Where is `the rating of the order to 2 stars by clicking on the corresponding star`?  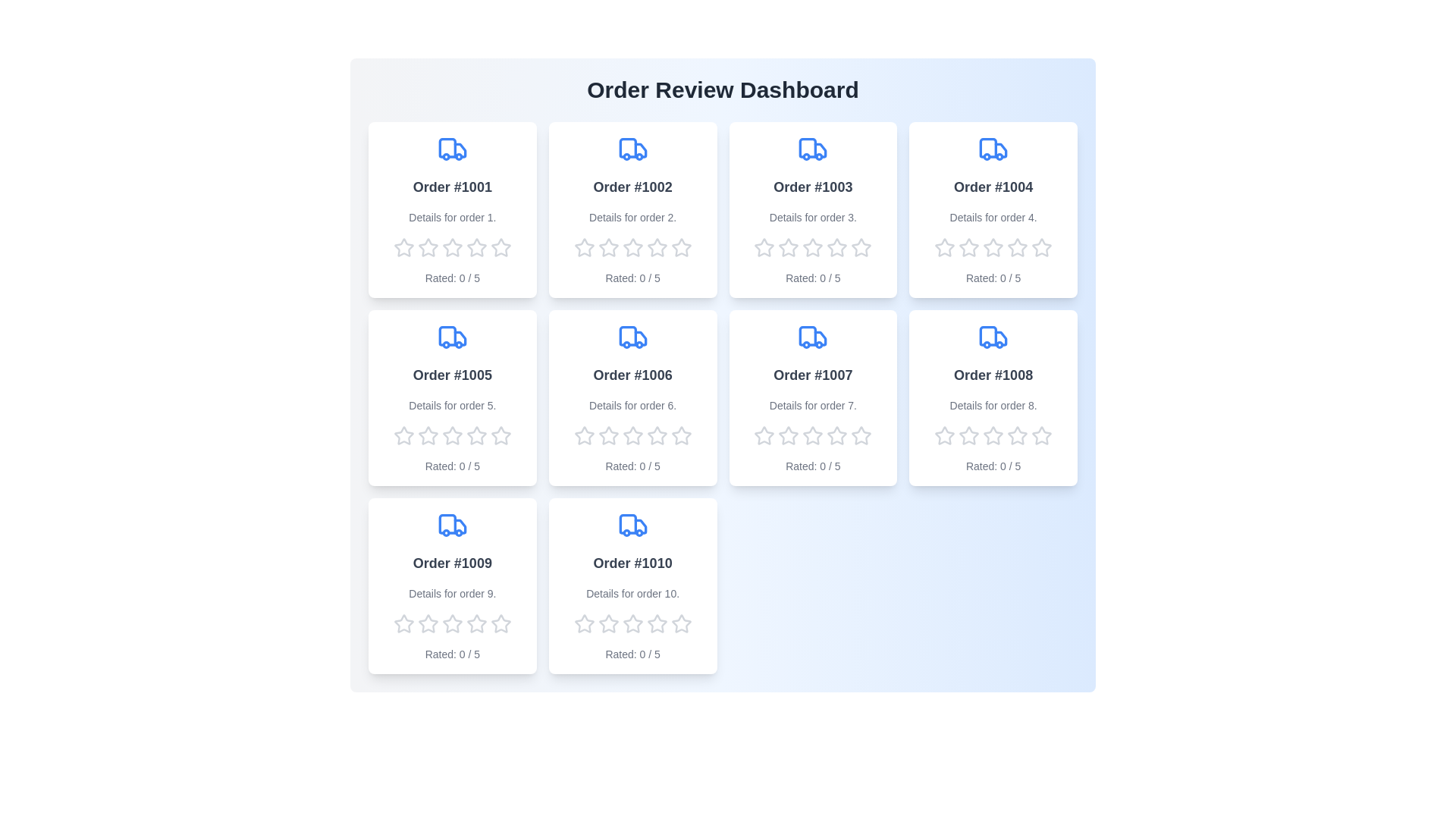
the rating of the order to 2 stars by clicking on the corresponding star is located at coordinates (427, 247).